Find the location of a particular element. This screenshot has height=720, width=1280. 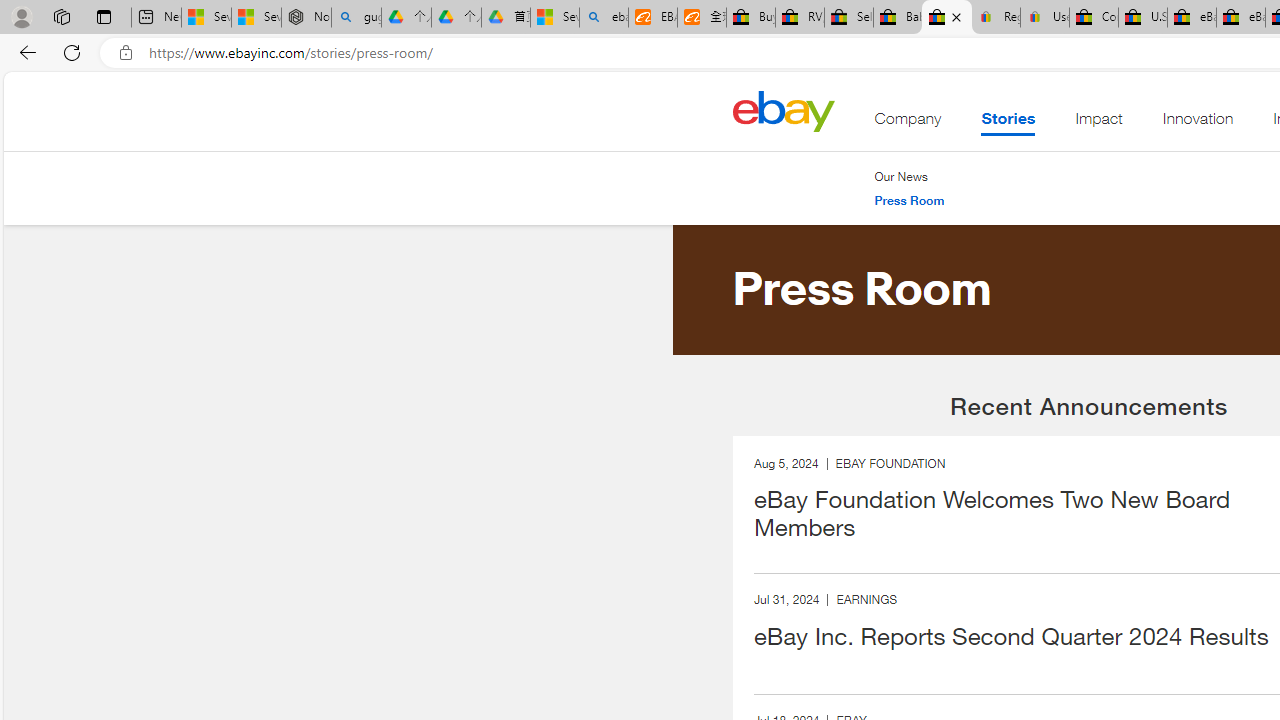

'Press Room - eBay Inc.' is located at coordinates (946, 17).